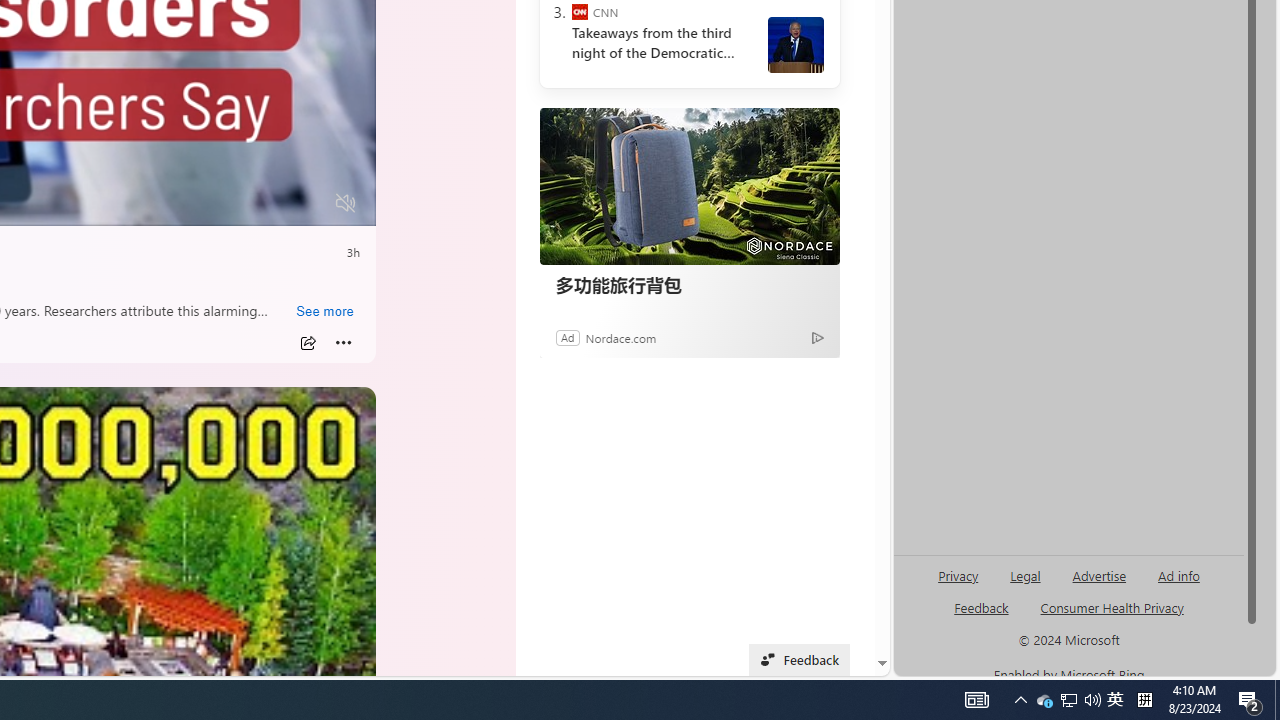  What do you see at coordinates (343, 342) in the screenshot?
I see `'More'` at bounding box center [343, 342].